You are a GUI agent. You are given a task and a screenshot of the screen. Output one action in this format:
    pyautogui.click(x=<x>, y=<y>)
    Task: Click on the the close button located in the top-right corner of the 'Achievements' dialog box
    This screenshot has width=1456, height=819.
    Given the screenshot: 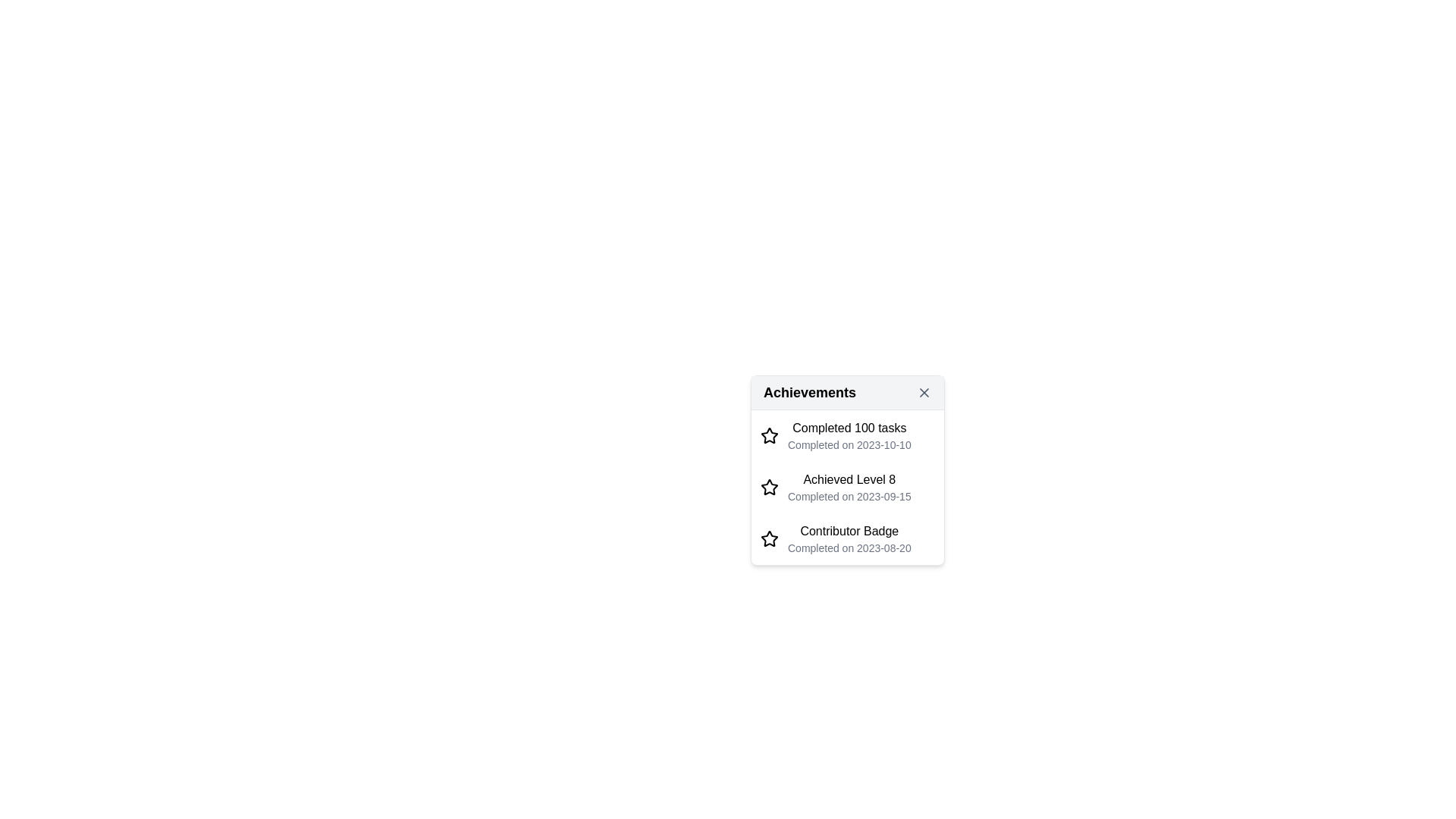 What is the action you would take?
    pyautogui.click(x=924, y=391)
    